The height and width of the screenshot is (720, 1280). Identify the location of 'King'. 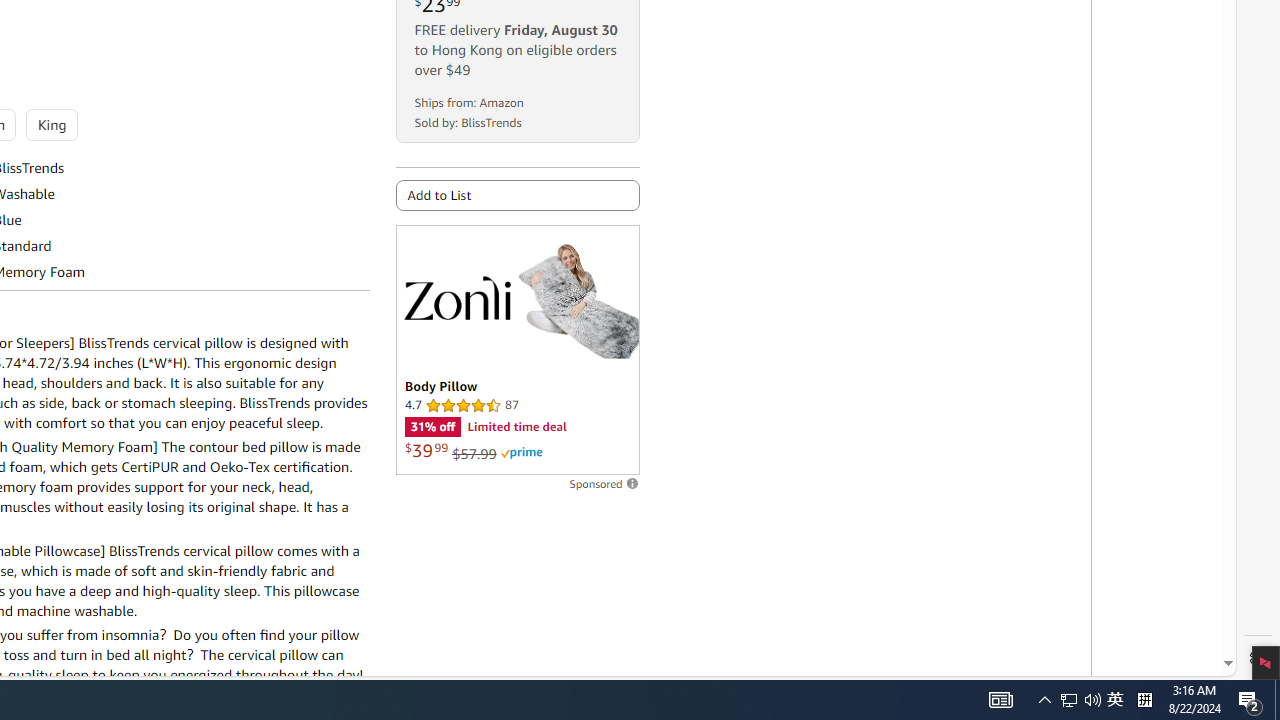
(51, 124).